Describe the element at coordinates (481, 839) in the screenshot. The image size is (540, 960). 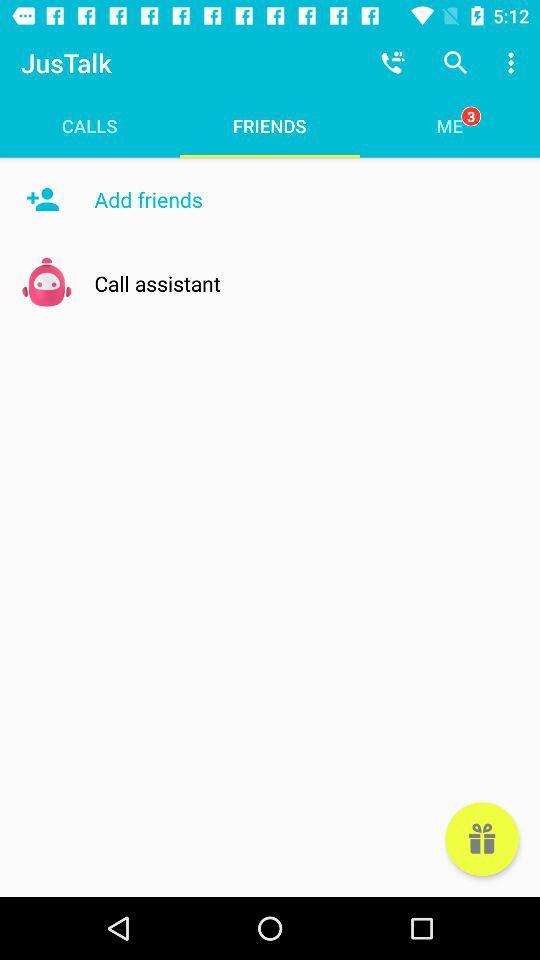
I see `gifts/rewards` at that location.